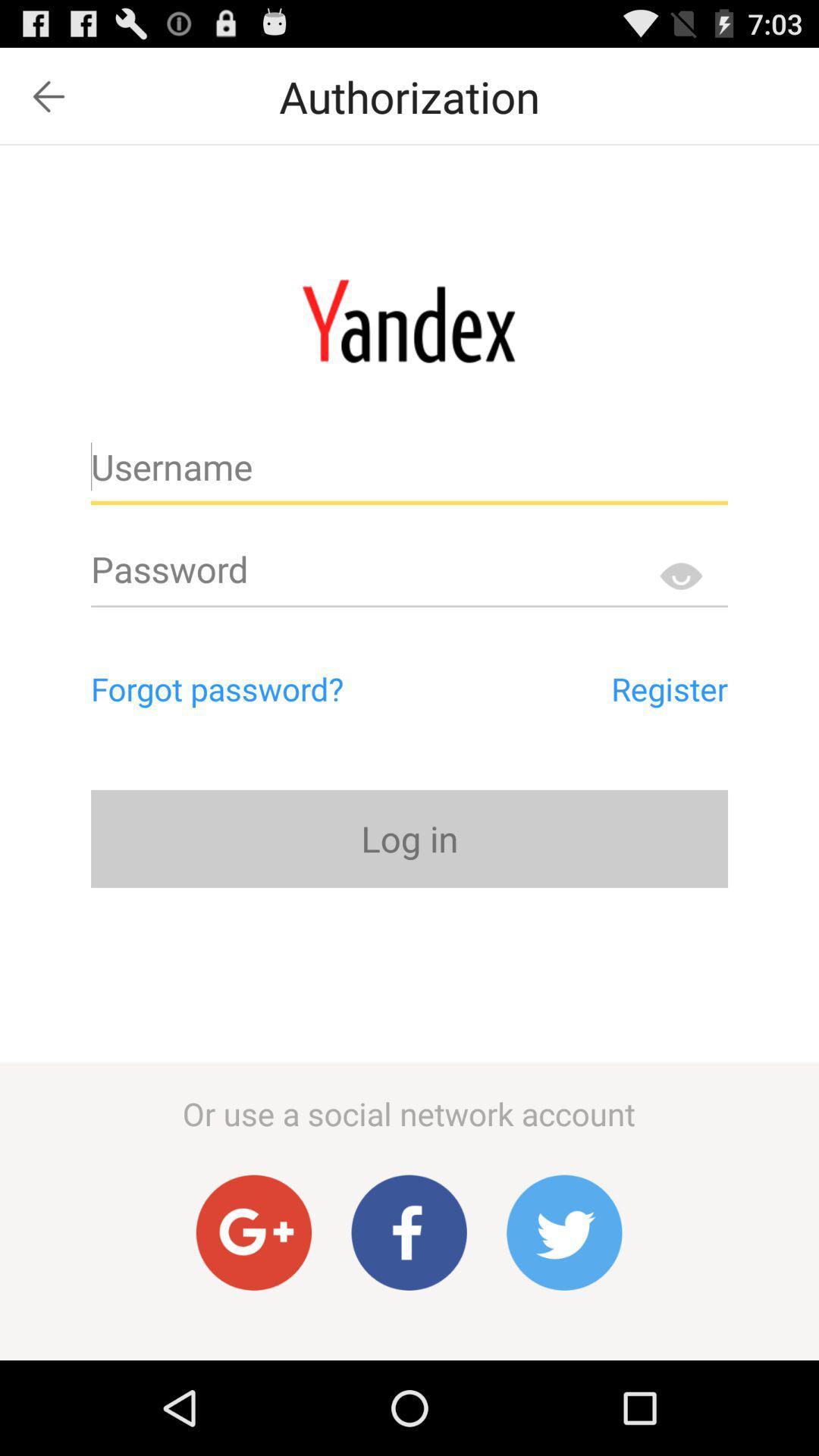 The width and height of the screenshot is (819, 1456). I want to click on text, so click(409, 575).